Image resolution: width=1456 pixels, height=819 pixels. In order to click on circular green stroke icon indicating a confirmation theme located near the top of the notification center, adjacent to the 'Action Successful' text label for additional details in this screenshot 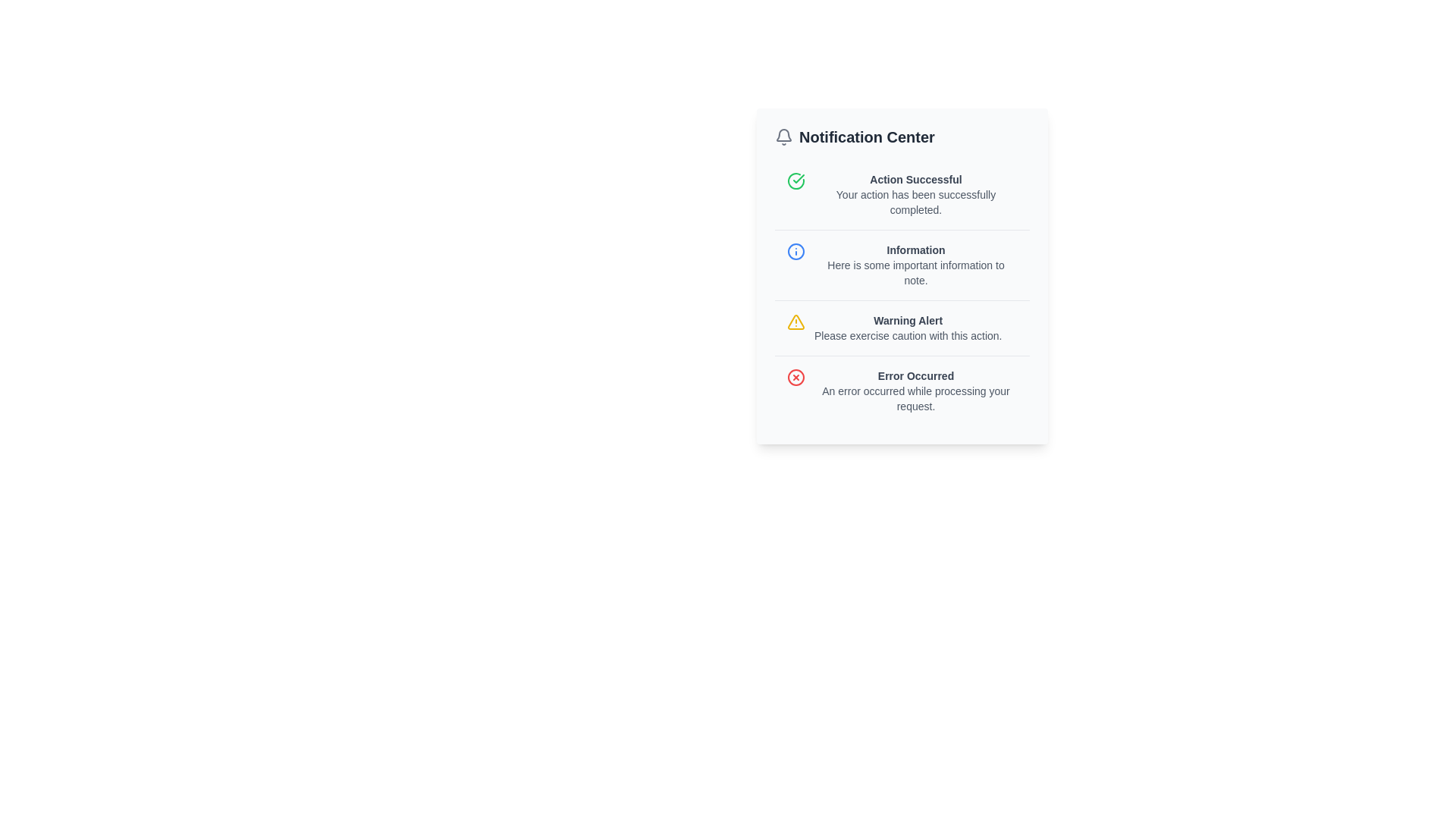, I will do `click(795, 180)`.